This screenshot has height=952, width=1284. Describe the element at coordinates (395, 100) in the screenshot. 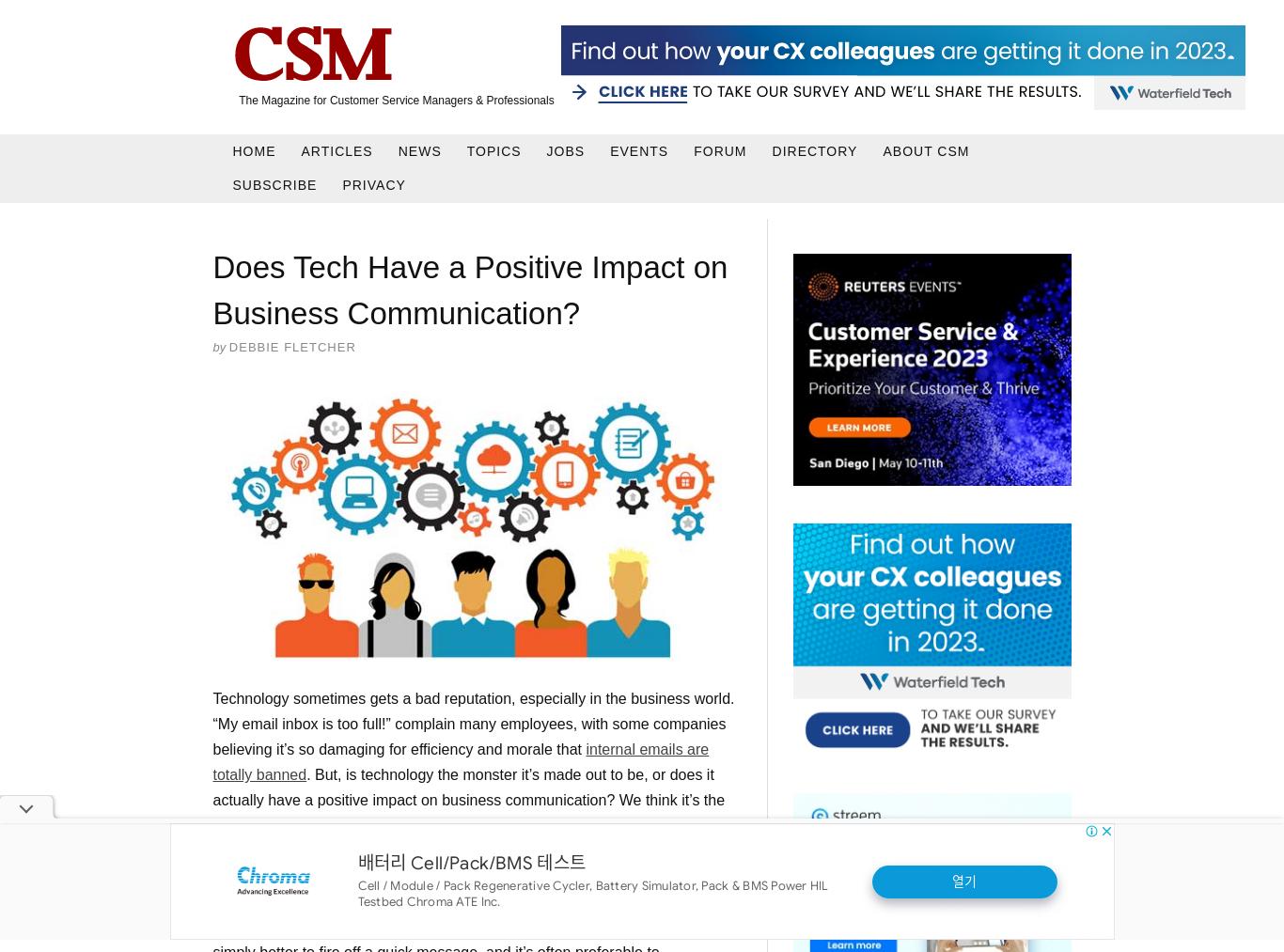

I see `'The Magazine for Customer Service Managers & Professionals'` at that location.